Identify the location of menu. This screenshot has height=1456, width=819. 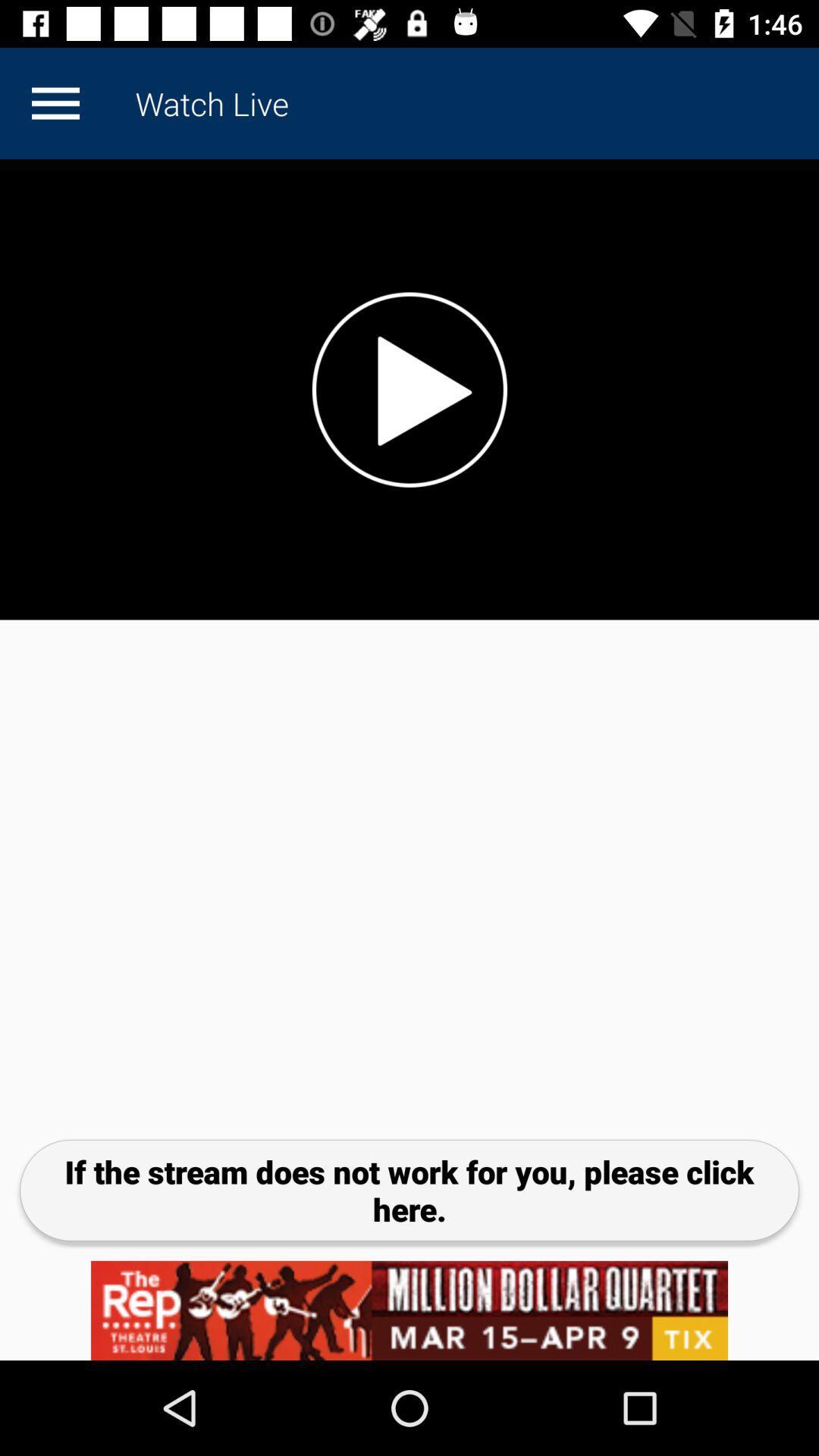
(55, 102).